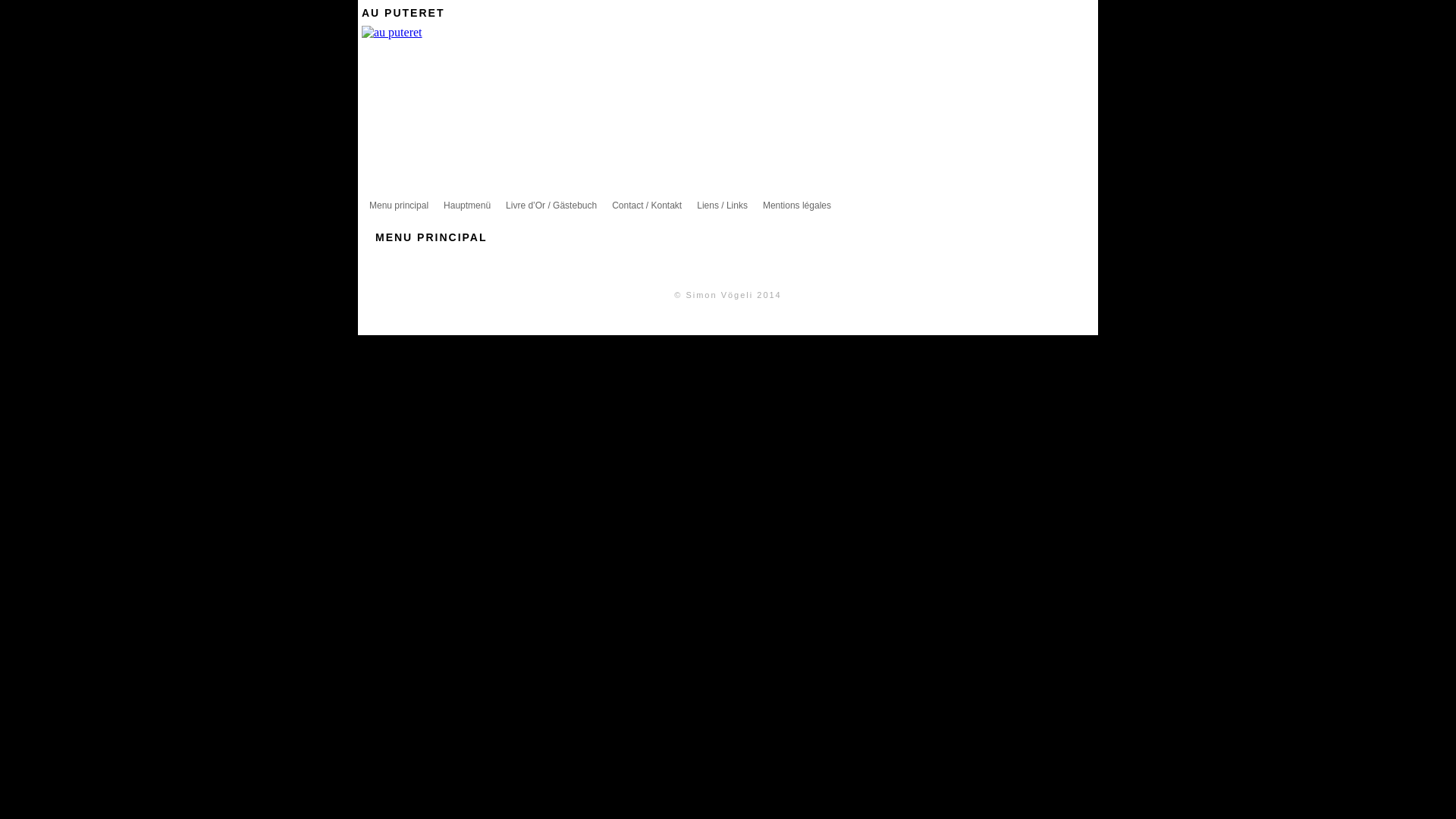 The height and width of the screenshot is (819, 1456). Describe the element at coordinates (721, 205) in the screenshot. I see `'Liens / Links'` at that location.